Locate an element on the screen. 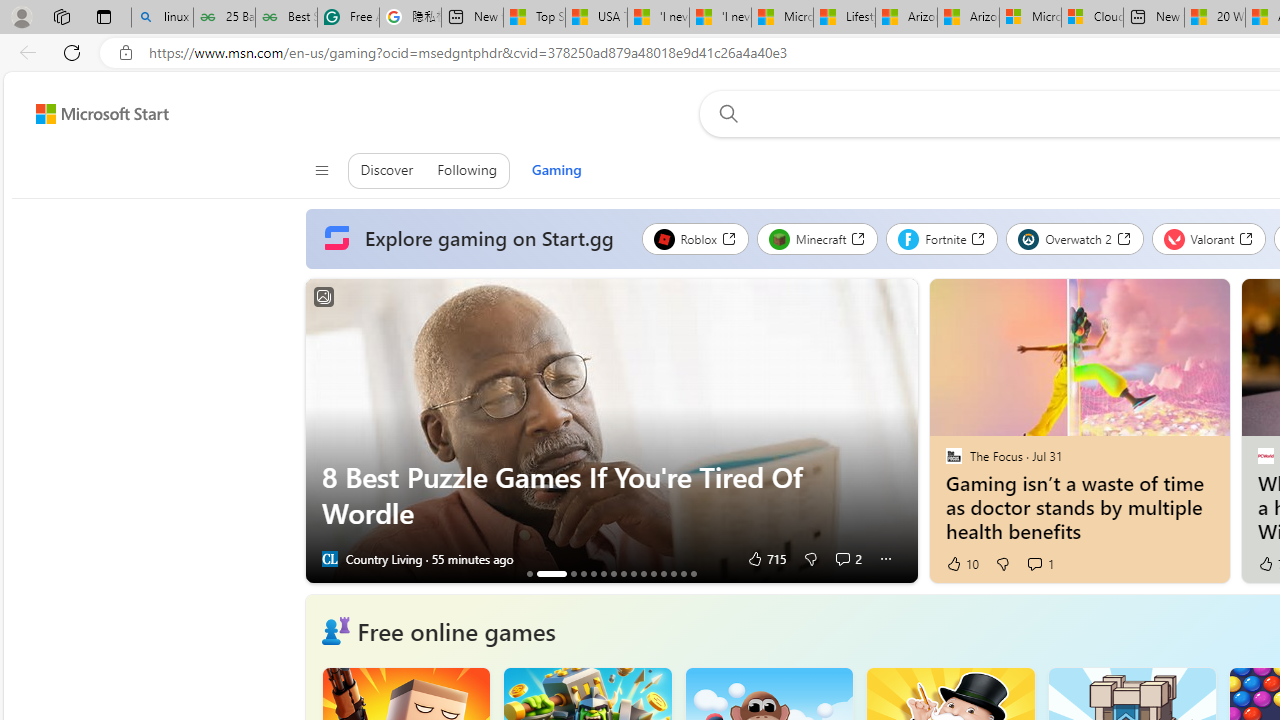  'Overwatch 2' is located at coordinates (1074, 238).